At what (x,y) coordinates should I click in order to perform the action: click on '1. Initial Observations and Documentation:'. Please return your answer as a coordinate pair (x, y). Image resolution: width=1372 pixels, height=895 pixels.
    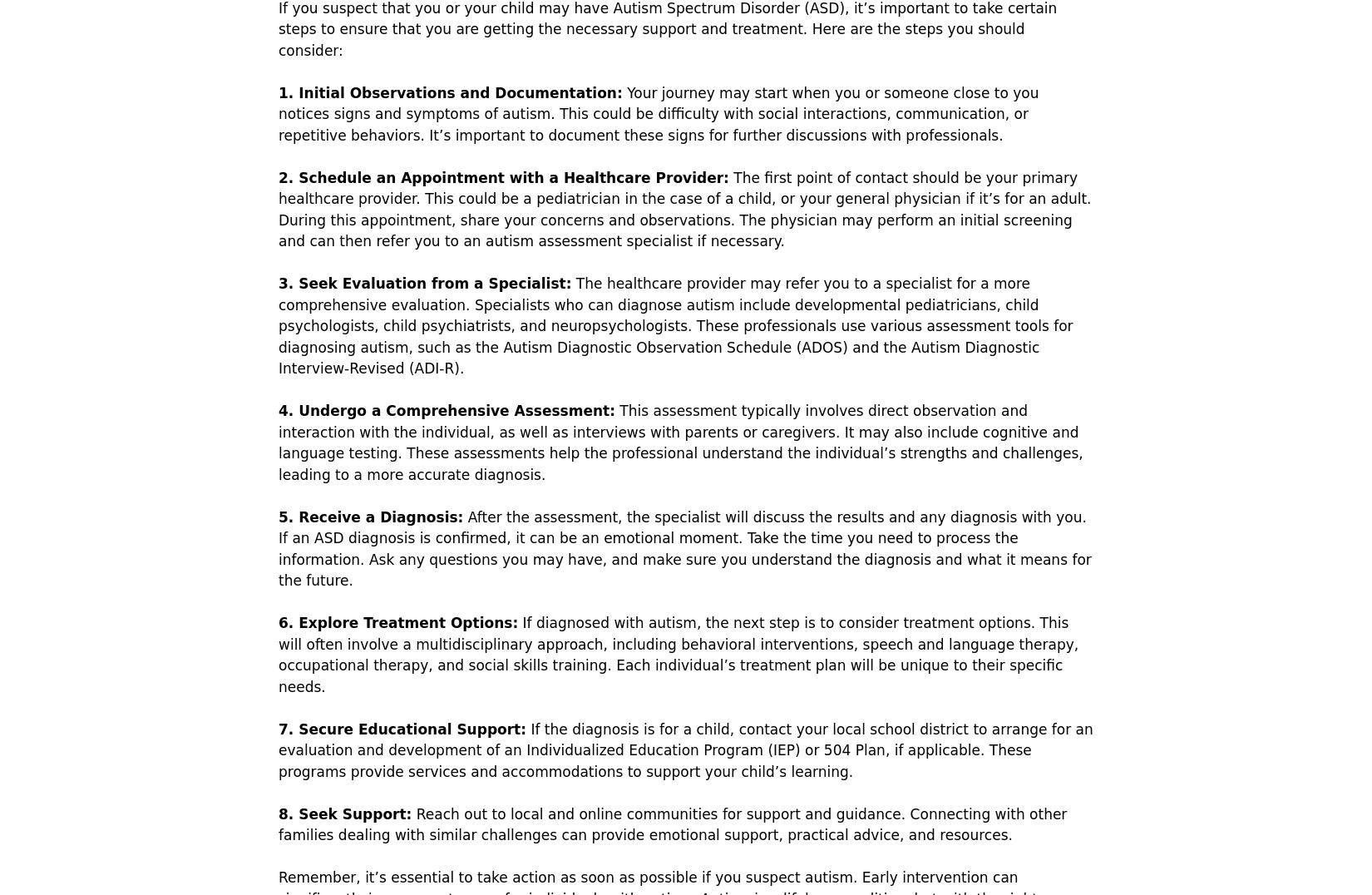
    Looking at the image, I should click on (449, 91).